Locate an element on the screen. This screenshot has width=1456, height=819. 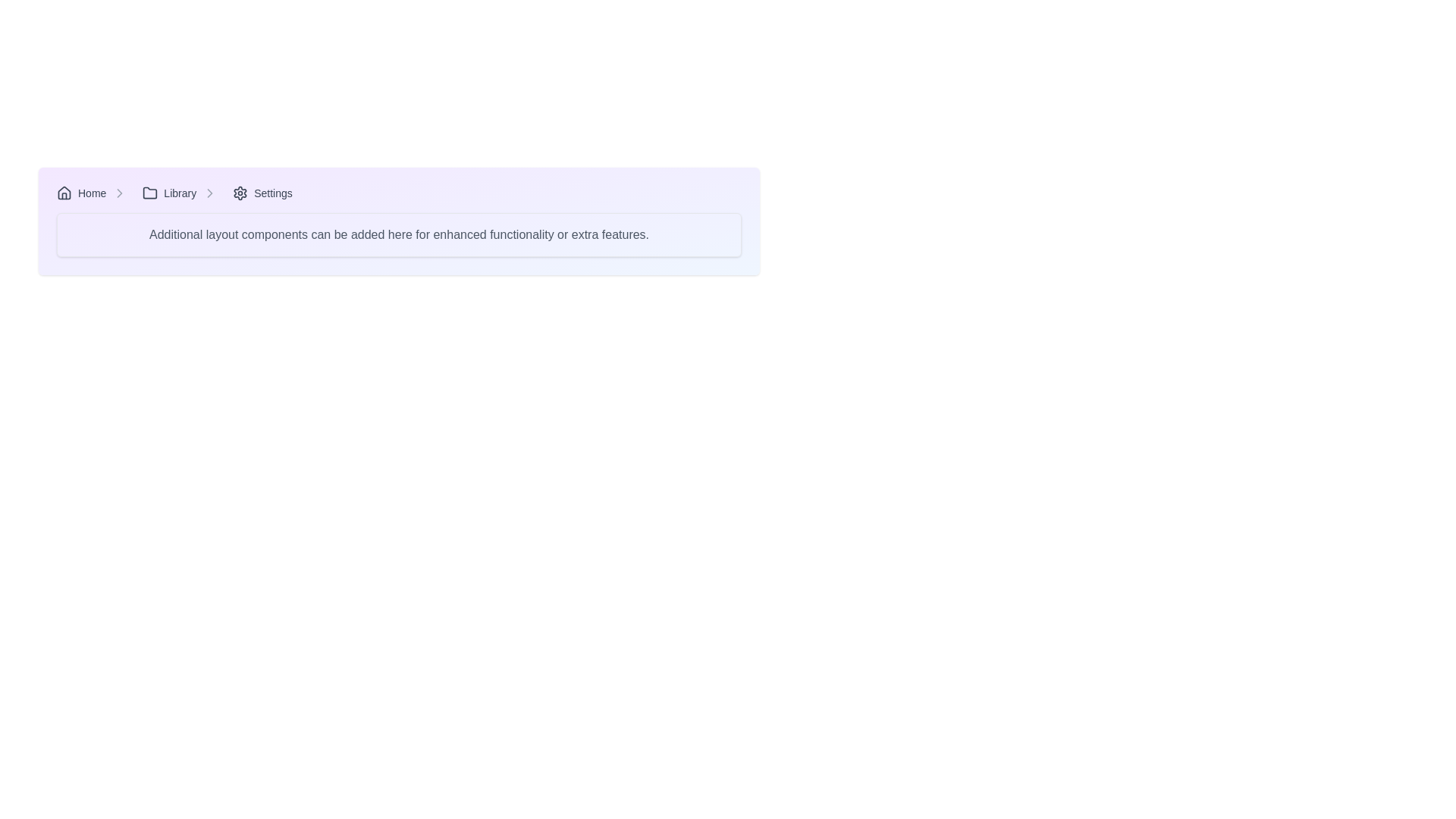
the descriptive role of the rightward-pointing chevron arrow icon within the breadcrumb navigation between 'Library' is located at coordinates (209, 192).